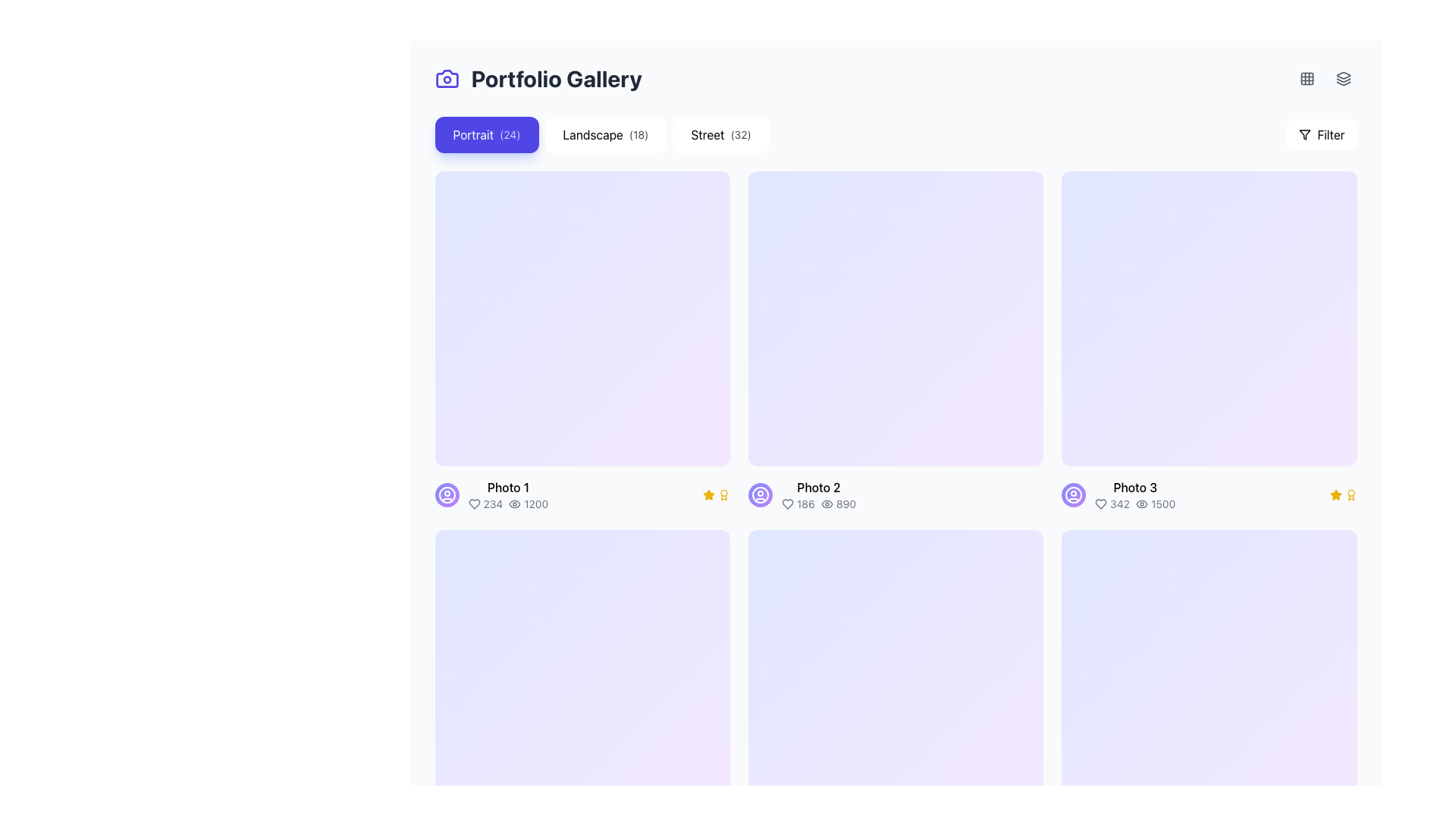 Image resolution: width=1456 pixels, height=819 pixels. What do you see at coordinates (896, 495) in the screenshot?
I see `the title 'Photo 2' in the horizontal information panel located below the photo preview in the second column of the grid layout` at bounding box center [896, 495].